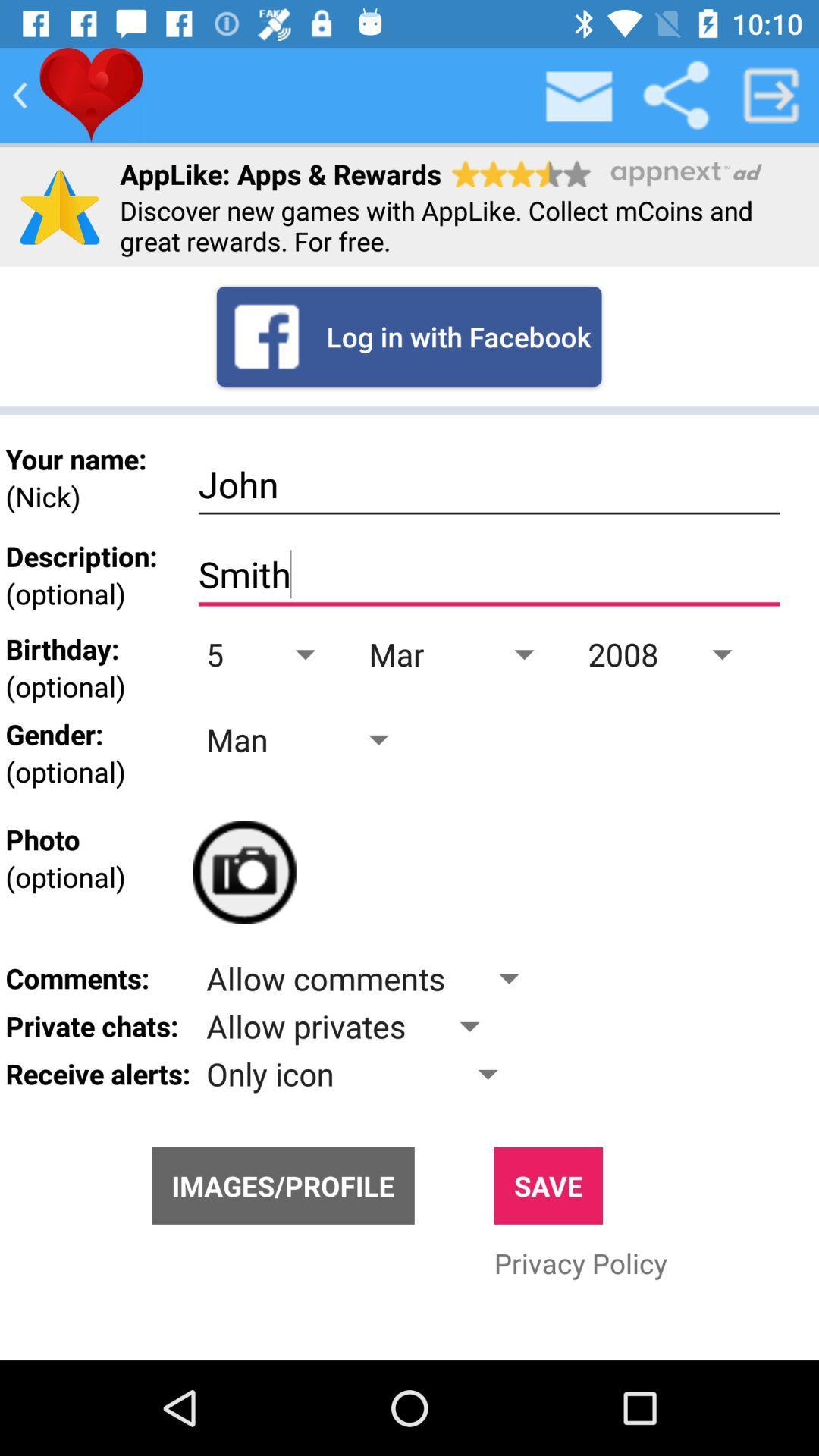 Image resolution: width=819 pixels, height=1456 pixels. What do you see at coordinates (675, 94) in the screenshot?
I see `share profile` at bounding box center [675, 94].